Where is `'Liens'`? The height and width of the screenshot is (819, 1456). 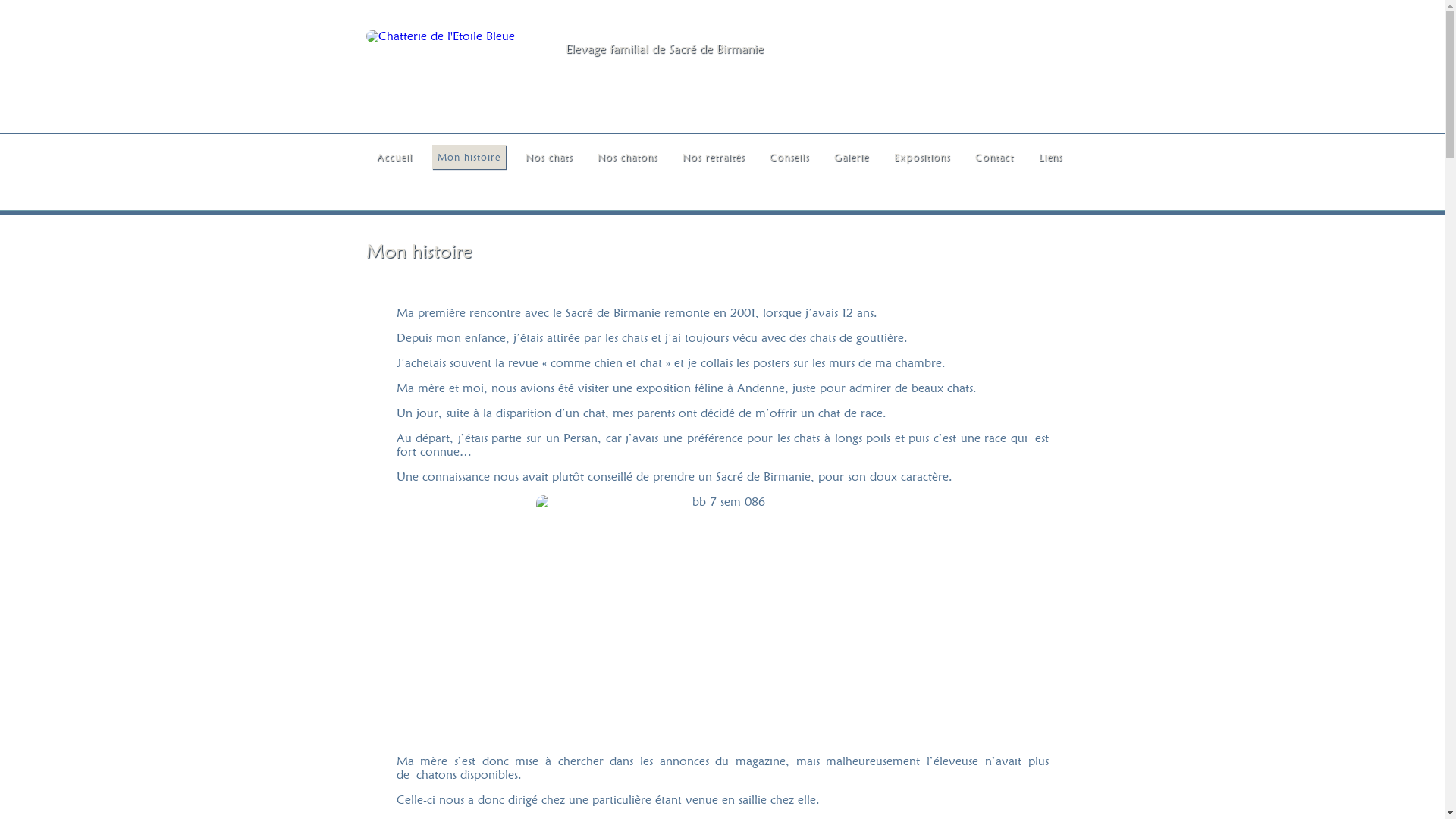 'Liens' is located at coordinates (1032, 157).